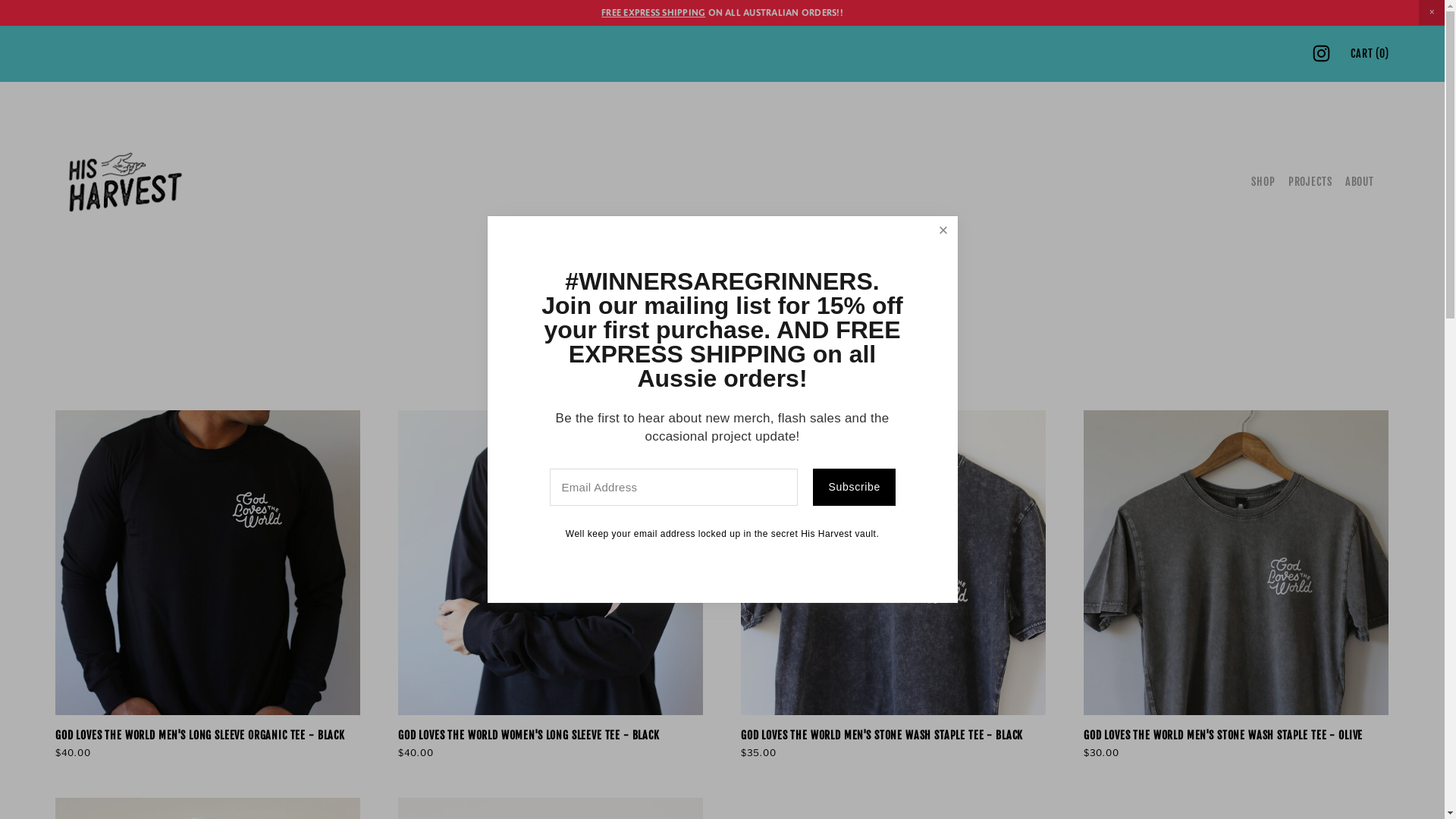 The image size is (1456, 819). I want to click on 'ABOUT', so click(1360, 180).